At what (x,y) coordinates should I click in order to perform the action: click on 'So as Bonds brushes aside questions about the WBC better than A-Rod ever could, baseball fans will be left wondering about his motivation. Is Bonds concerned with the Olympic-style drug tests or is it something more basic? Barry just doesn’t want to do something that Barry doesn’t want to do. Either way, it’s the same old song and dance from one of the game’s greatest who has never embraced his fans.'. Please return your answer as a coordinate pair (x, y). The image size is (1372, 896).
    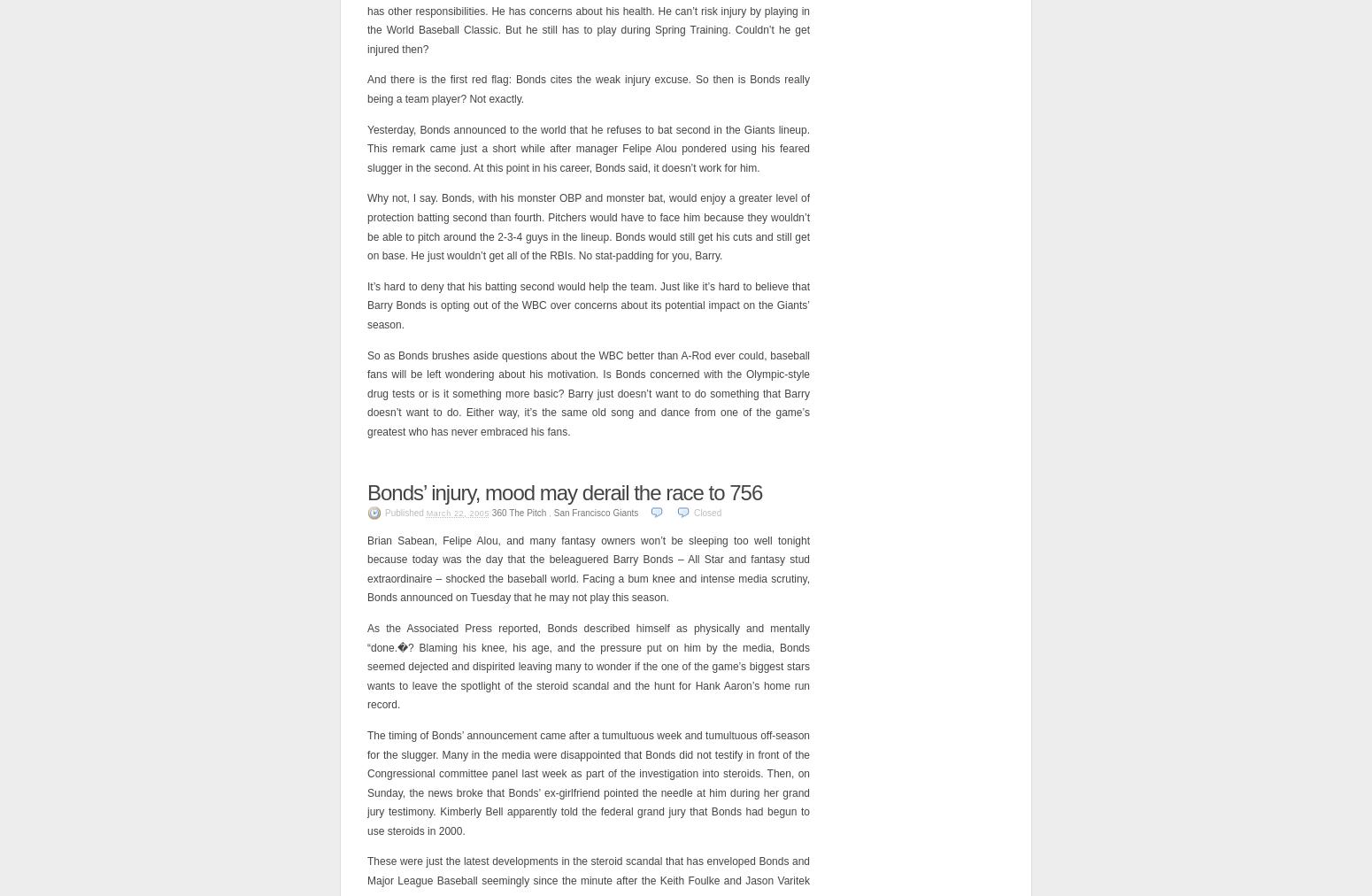
    Looking at the image, I should click on (587, 392).